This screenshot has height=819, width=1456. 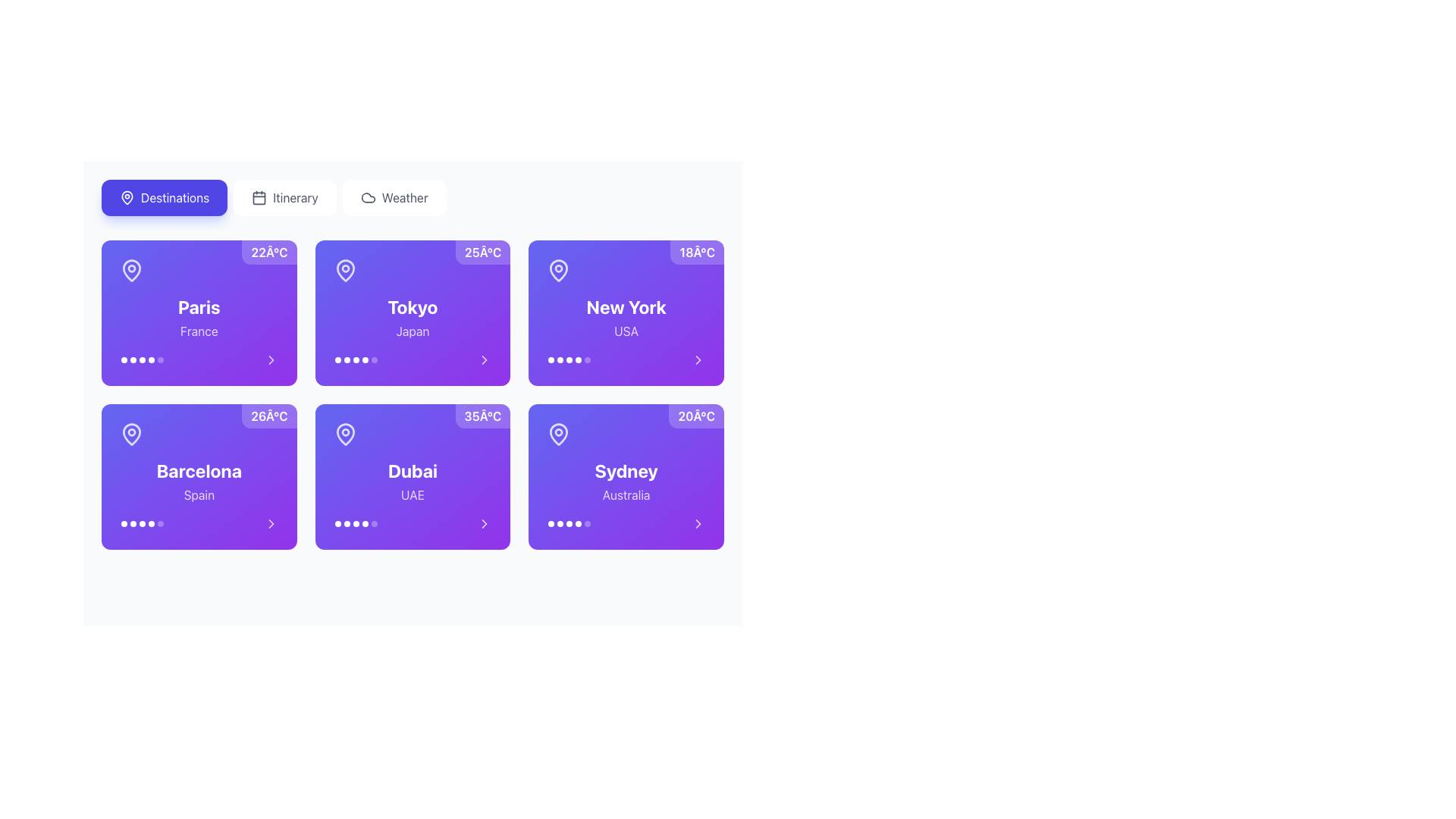 What do you see at coordinates (131, 270) in the screenshot?
I see `the context of the 'Paris' card by clicking on the pin-shaped icon located at the upper-left portion of the card displaying 'Paris' and '22°C'` at bounding box center [131, 270].